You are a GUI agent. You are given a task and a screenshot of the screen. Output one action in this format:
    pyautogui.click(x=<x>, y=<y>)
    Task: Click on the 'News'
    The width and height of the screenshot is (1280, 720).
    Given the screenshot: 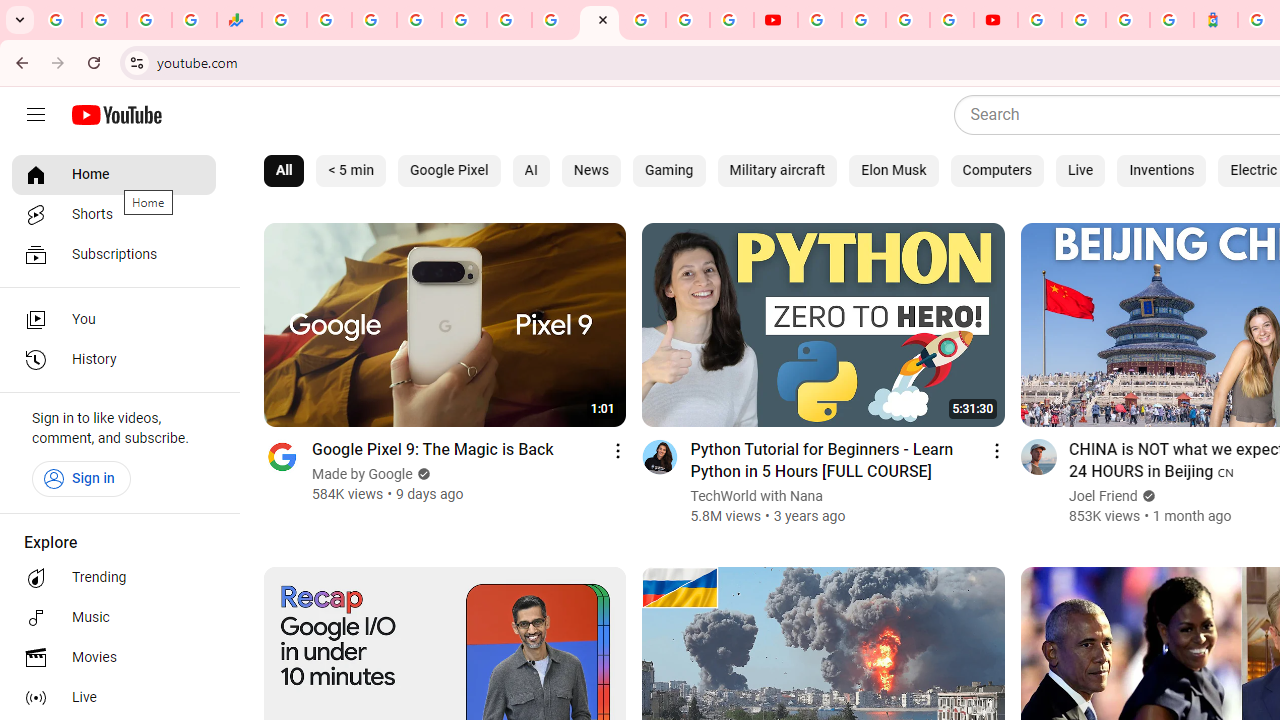 What is the action you would take?
    pyautogui.click(x=589, y=170)
    